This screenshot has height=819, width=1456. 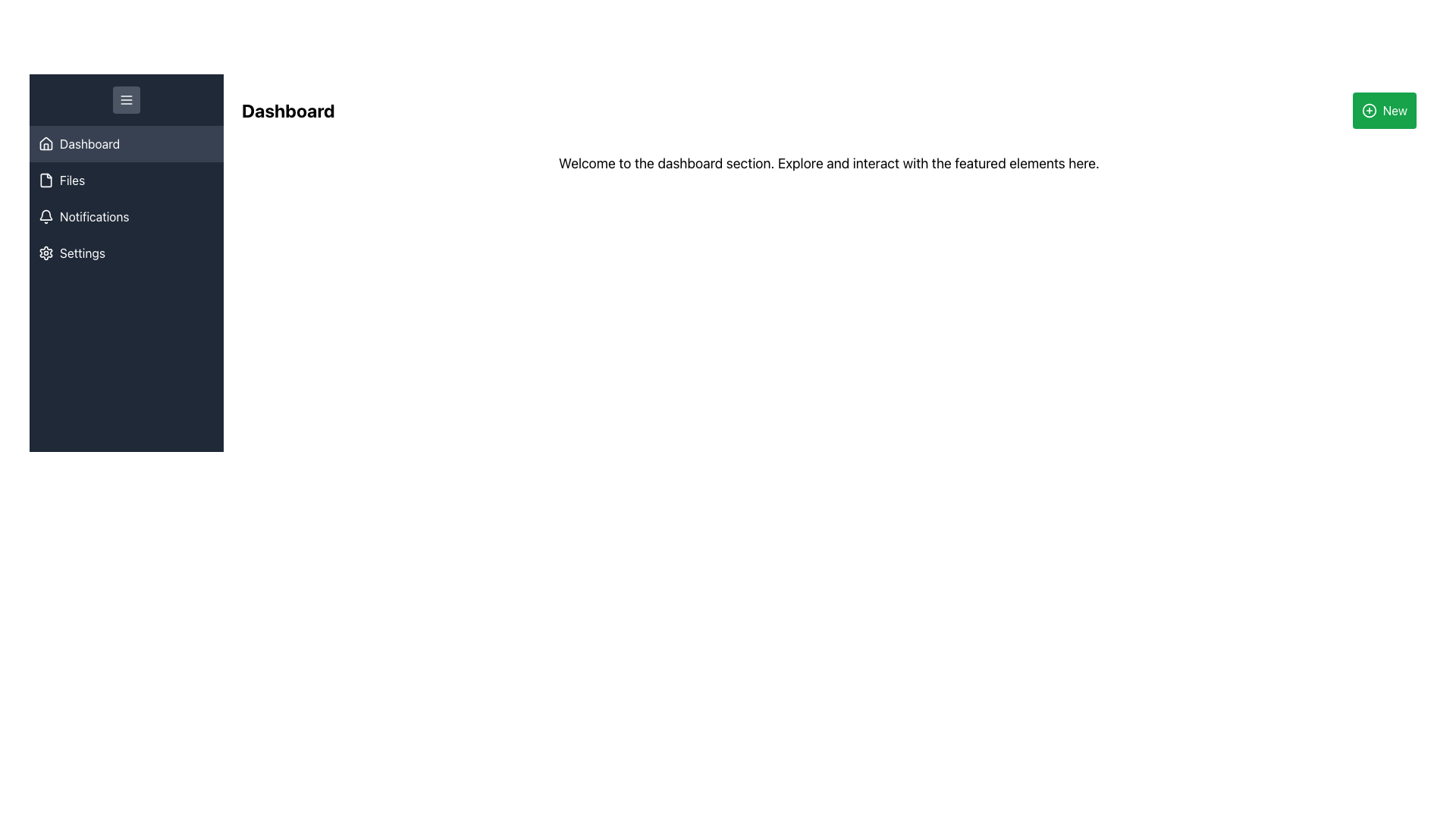 I want to click on the SVG icon representing a document file located in the sidebar menu adjacent to the 'Files' label, so click(x=46, y=180).